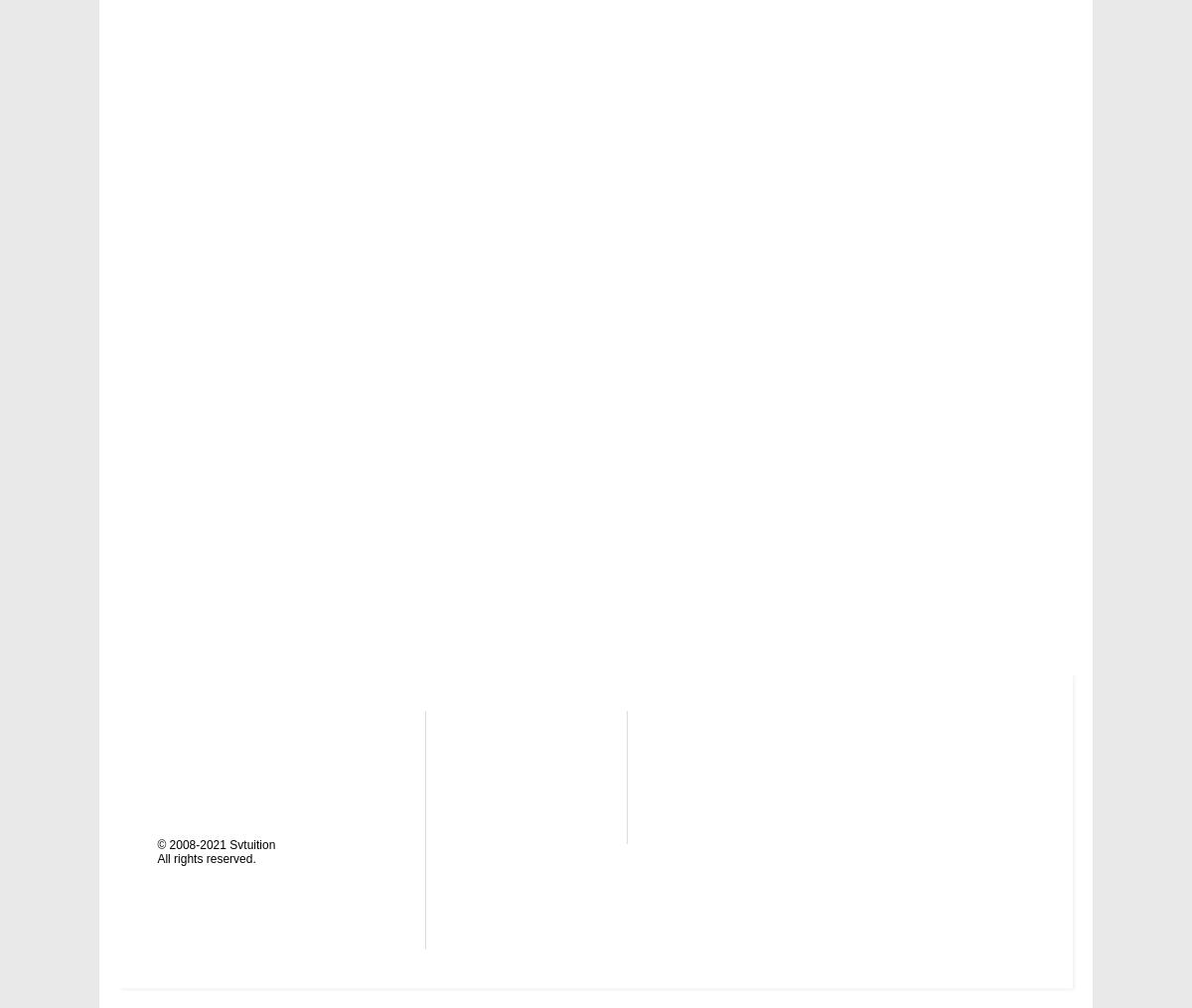 The image size is (1192, 1008). What do you see at coordinates (890, 810) in the screenshot?
I see `'Pinterest'` at bounding box center [890, 810].